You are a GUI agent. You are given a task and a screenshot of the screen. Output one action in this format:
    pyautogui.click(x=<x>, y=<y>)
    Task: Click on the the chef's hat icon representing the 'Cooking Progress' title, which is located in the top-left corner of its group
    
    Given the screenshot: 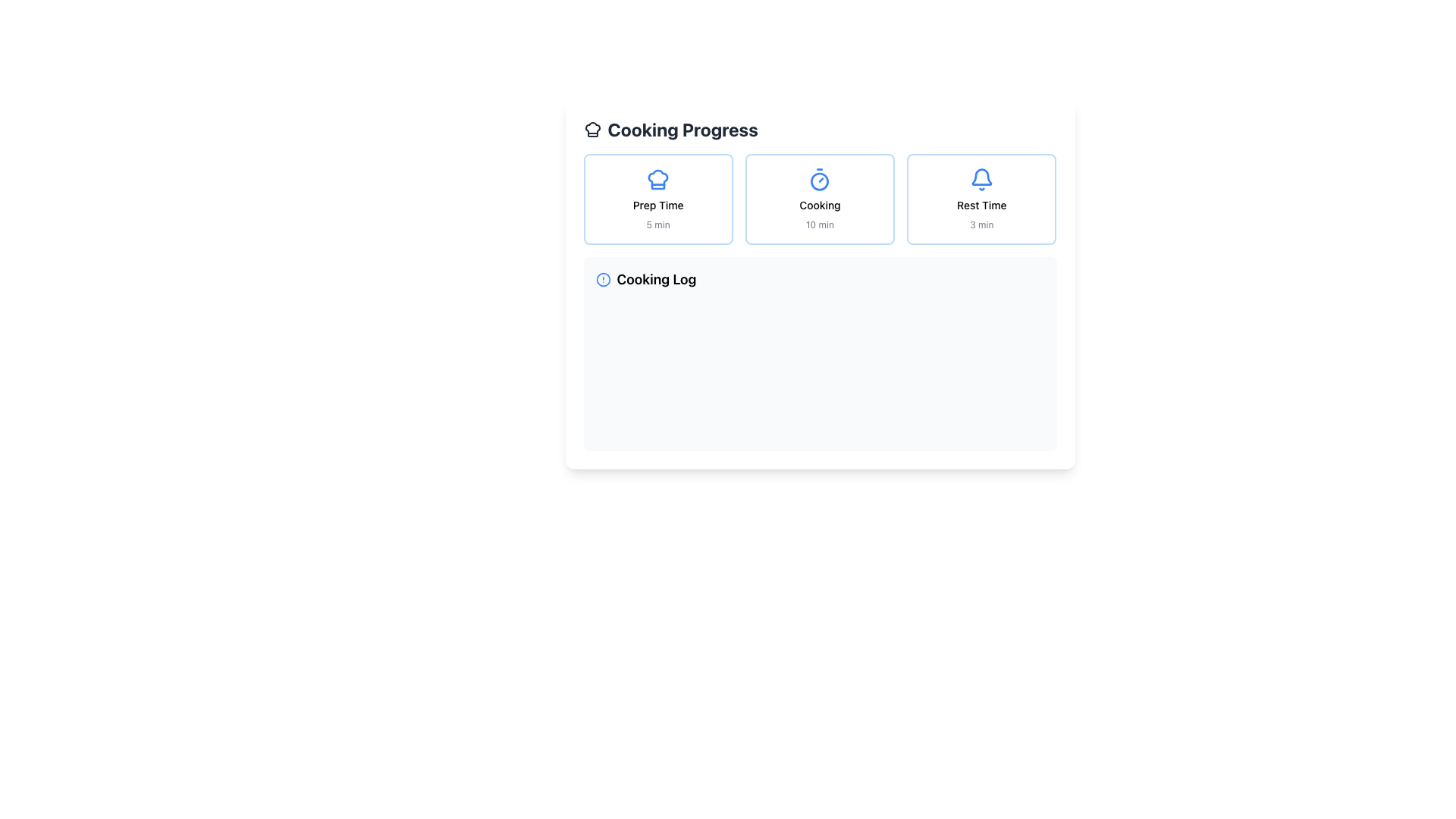 What is the action you would take?
    pyautogui.click(x=591, y=128)
    